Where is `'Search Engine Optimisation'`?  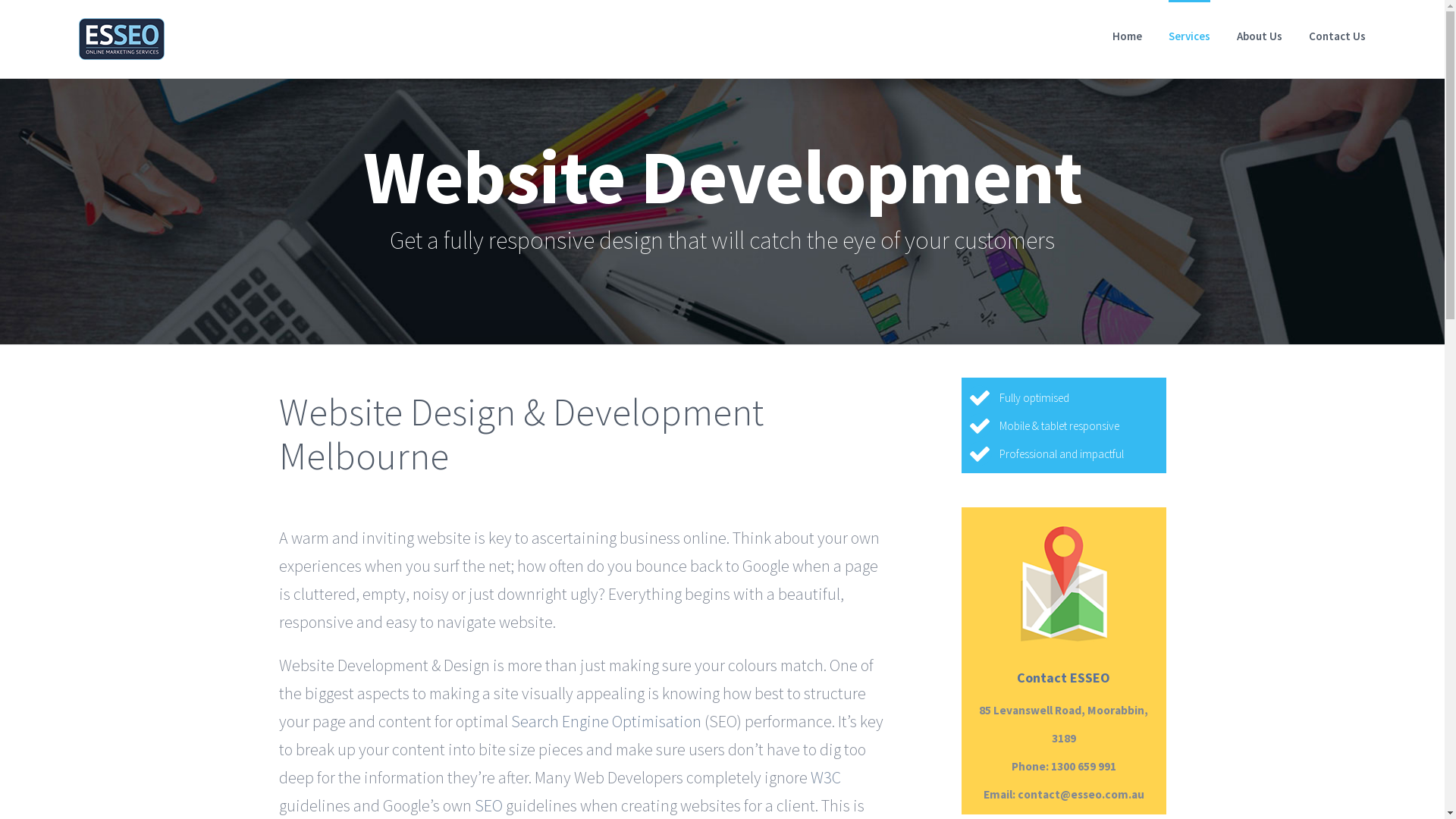 'Search Engine Optimisation' is located at coordinates (605, 719).